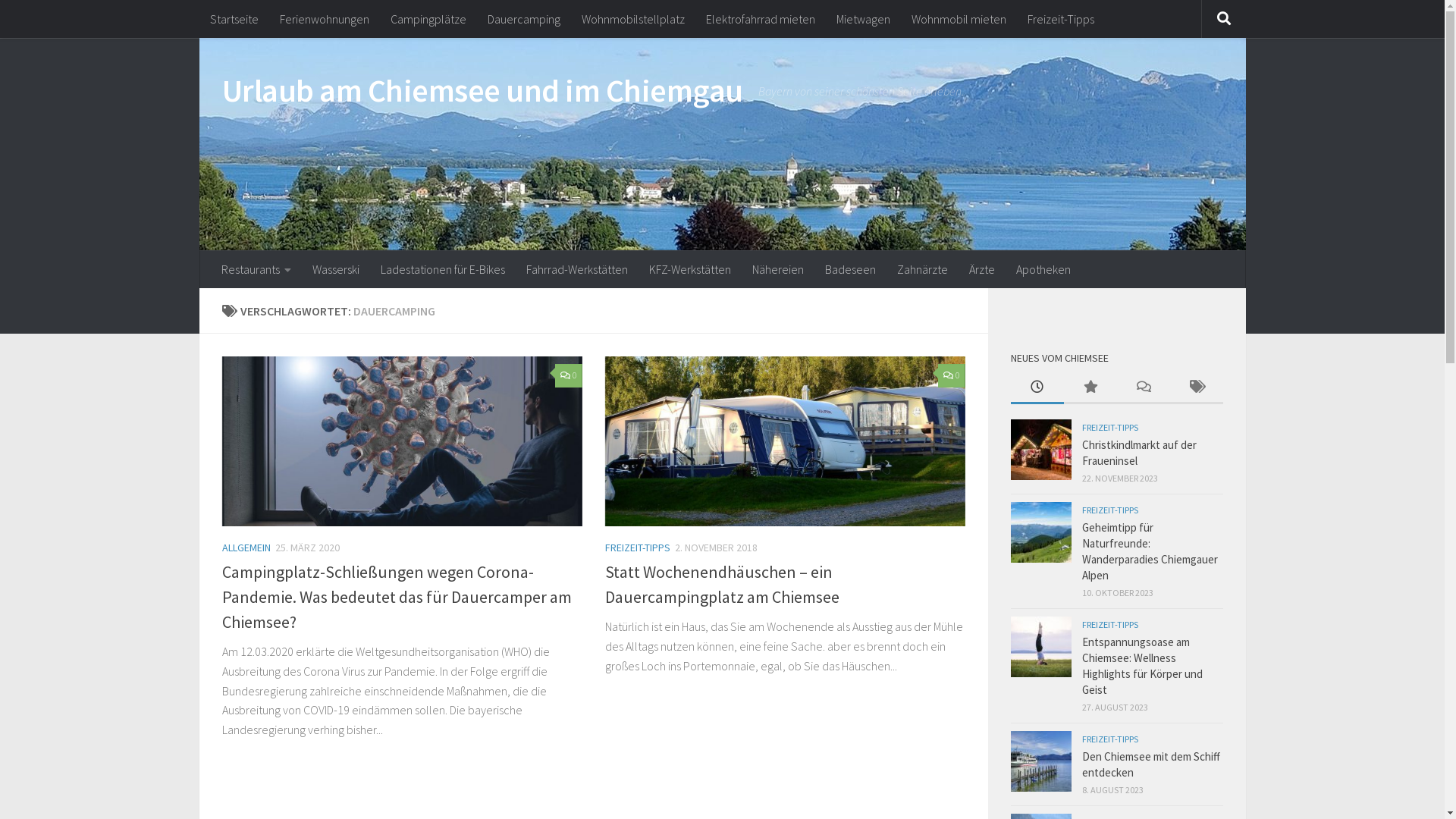 This screenshot has height=819, width=1456. Describe the element at coordinates (850, 268) in the screenshot. I see `'Badeseen'` at that location.